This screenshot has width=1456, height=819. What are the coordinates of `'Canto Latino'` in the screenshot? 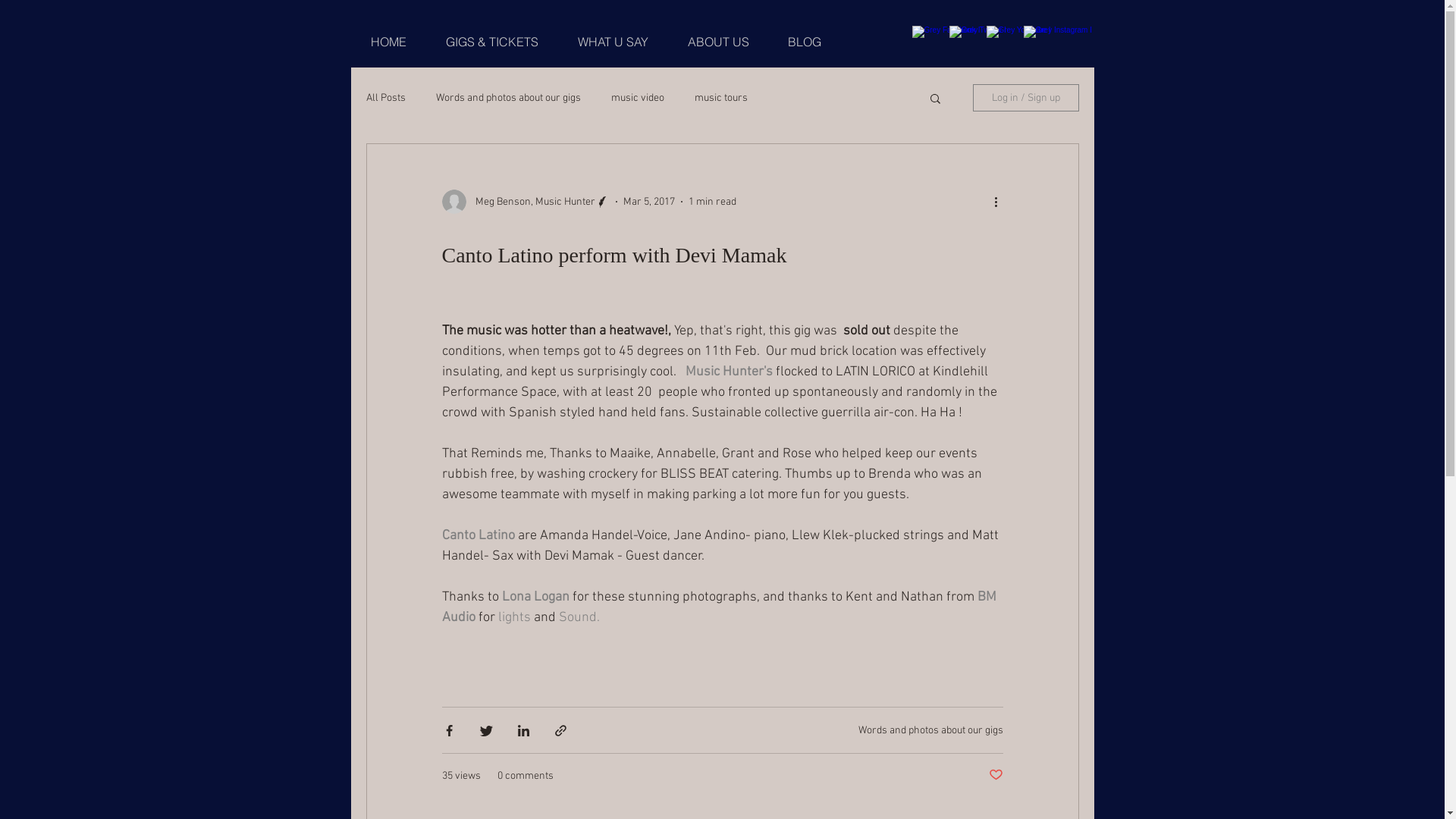 It's located at (476, 535).